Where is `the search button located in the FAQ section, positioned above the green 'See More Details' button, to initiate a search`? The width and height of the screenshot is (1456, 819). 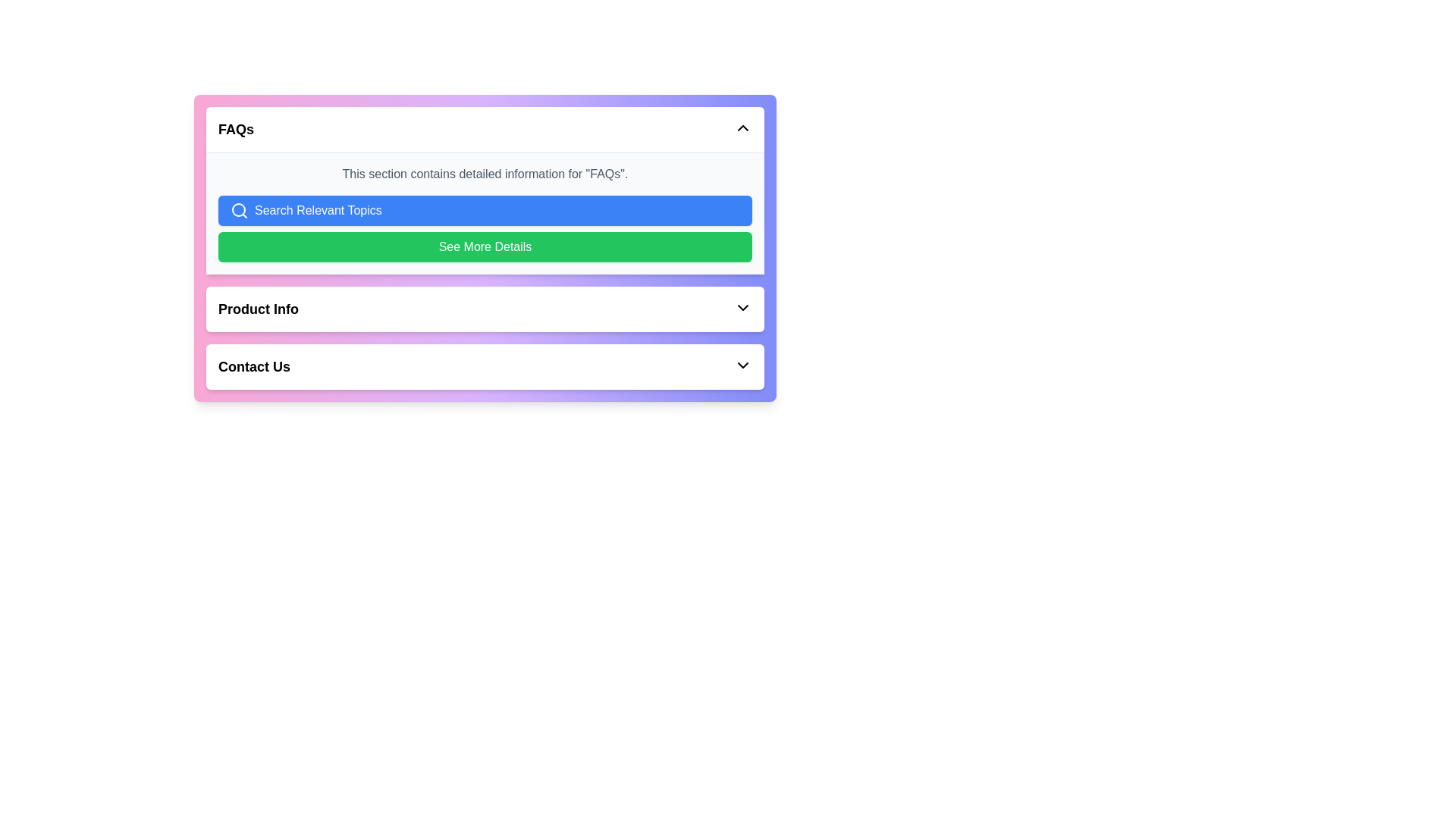 the search button located in the FAQ section, positioned above the green 'See More Details' button, to initiate a search is located at coordinates (484, 210).